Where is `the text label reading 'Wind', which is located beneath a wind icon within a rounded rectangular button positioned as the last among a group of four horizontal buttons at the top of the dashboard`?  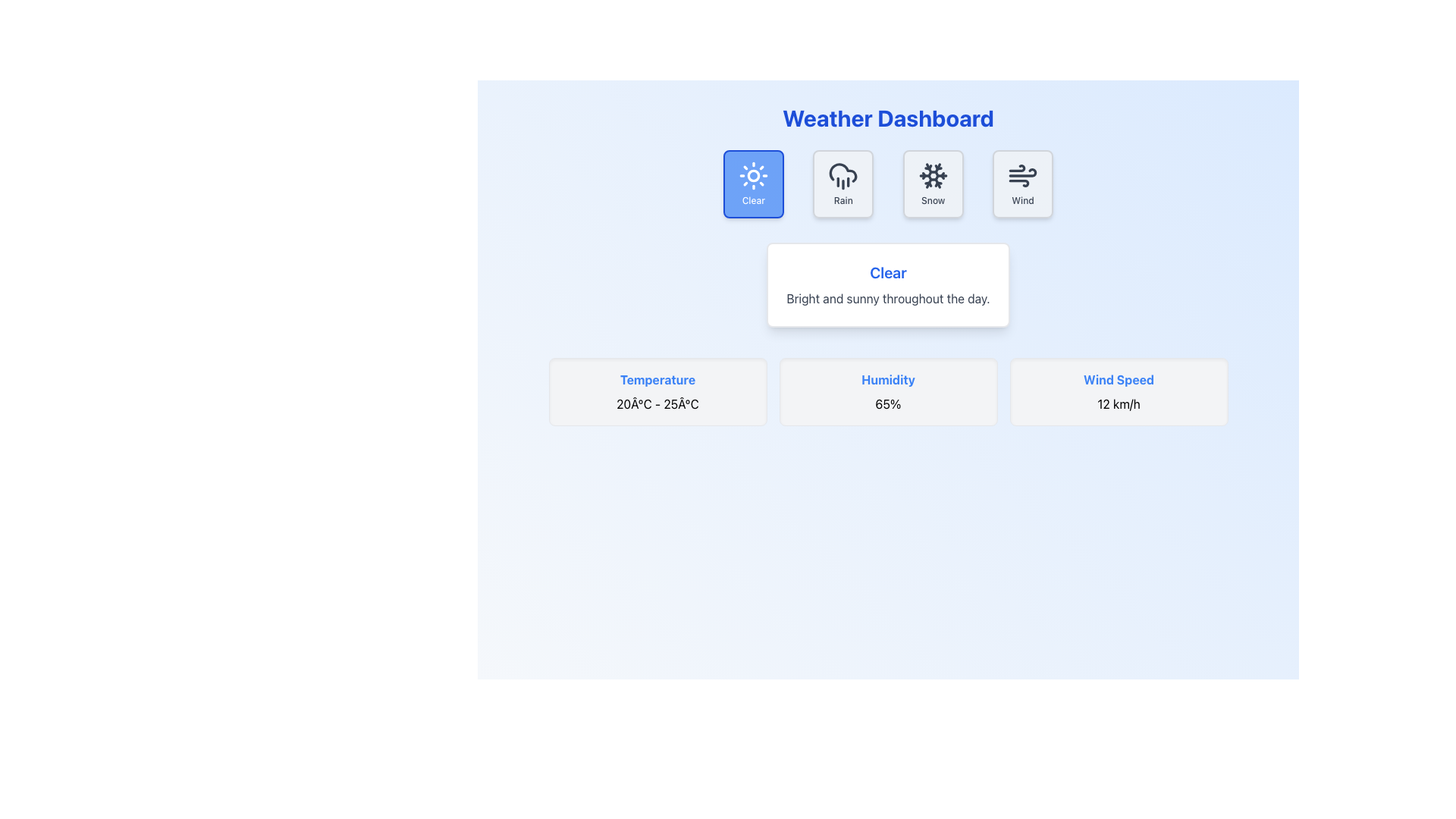
the text label reading 'Wind', which is located beneath a wind icon within a rounded rectangular button positioned as the last among a group of four horizontal buttons at the top of the dashboard is located at coordinates (1022, 200).